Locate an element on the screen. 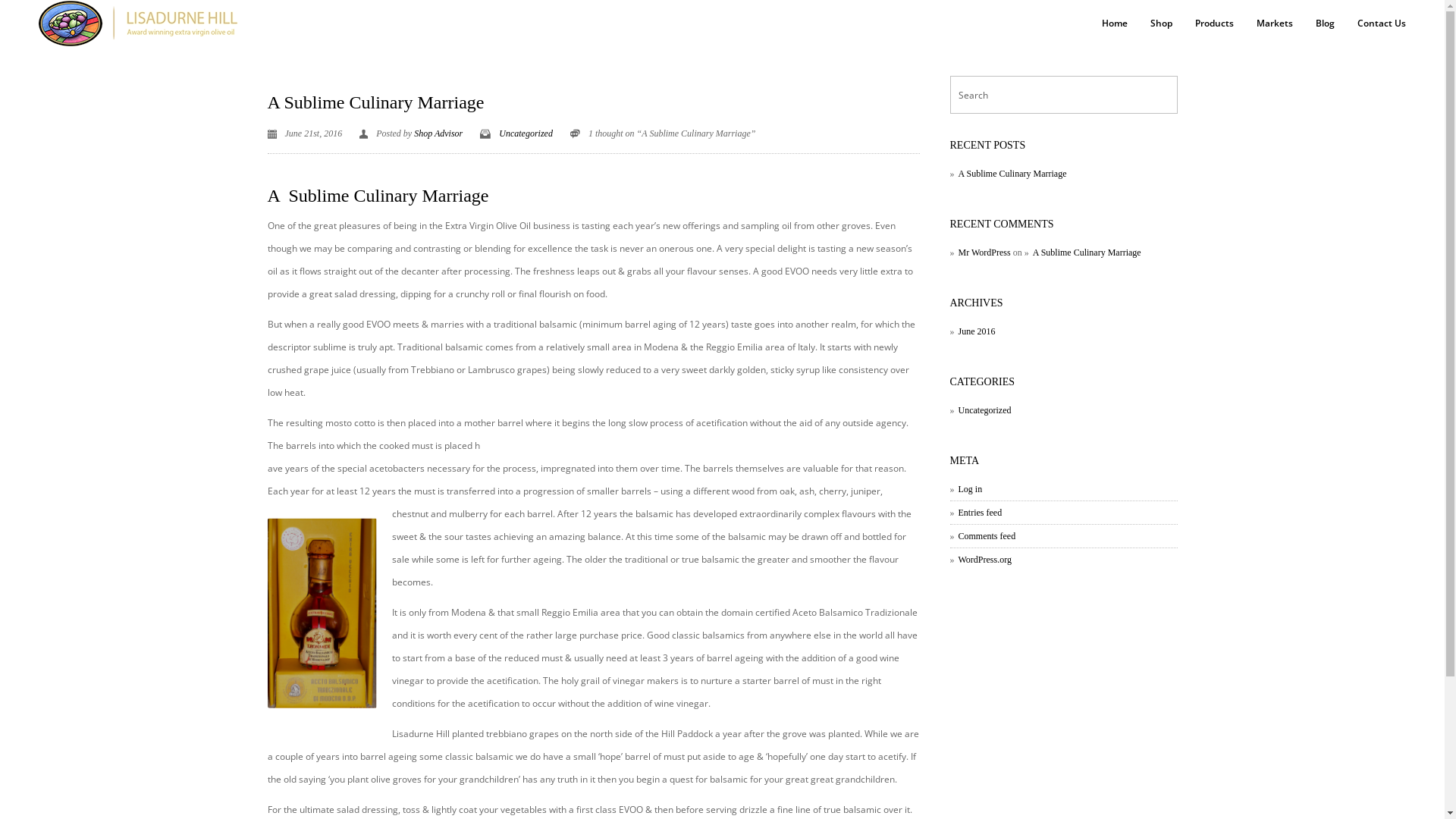 Image resolution: width=1456 pixels, height=819 pixels. 'Search' is located at coordinates (16, 12).